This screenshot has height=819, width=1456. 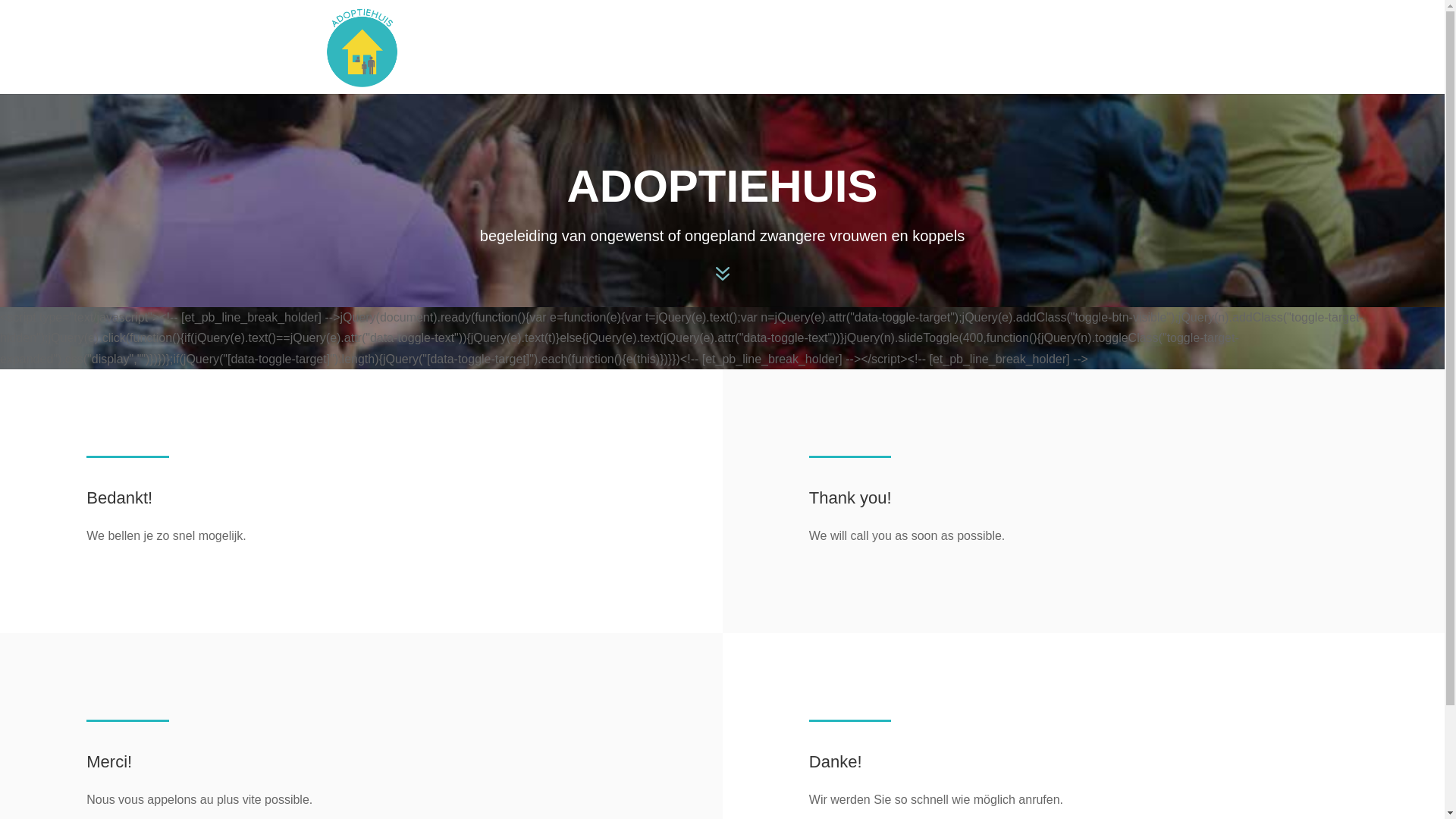 What do you see at coordinates (708, 275) in the screenshot?
I see `'7'` at bounding box center [708, 275].